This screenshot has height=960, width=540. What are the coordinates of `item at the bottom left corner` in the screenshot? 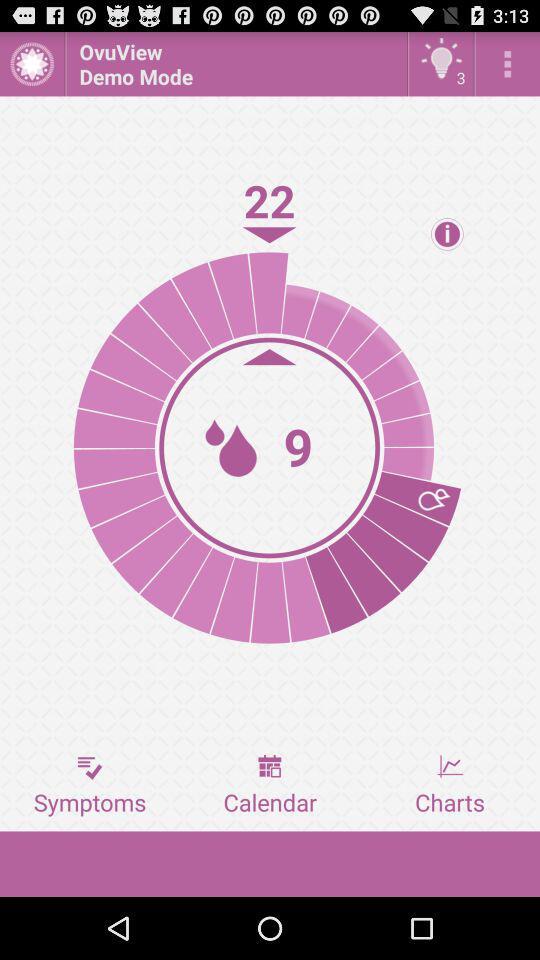 It's located at (89, 785).